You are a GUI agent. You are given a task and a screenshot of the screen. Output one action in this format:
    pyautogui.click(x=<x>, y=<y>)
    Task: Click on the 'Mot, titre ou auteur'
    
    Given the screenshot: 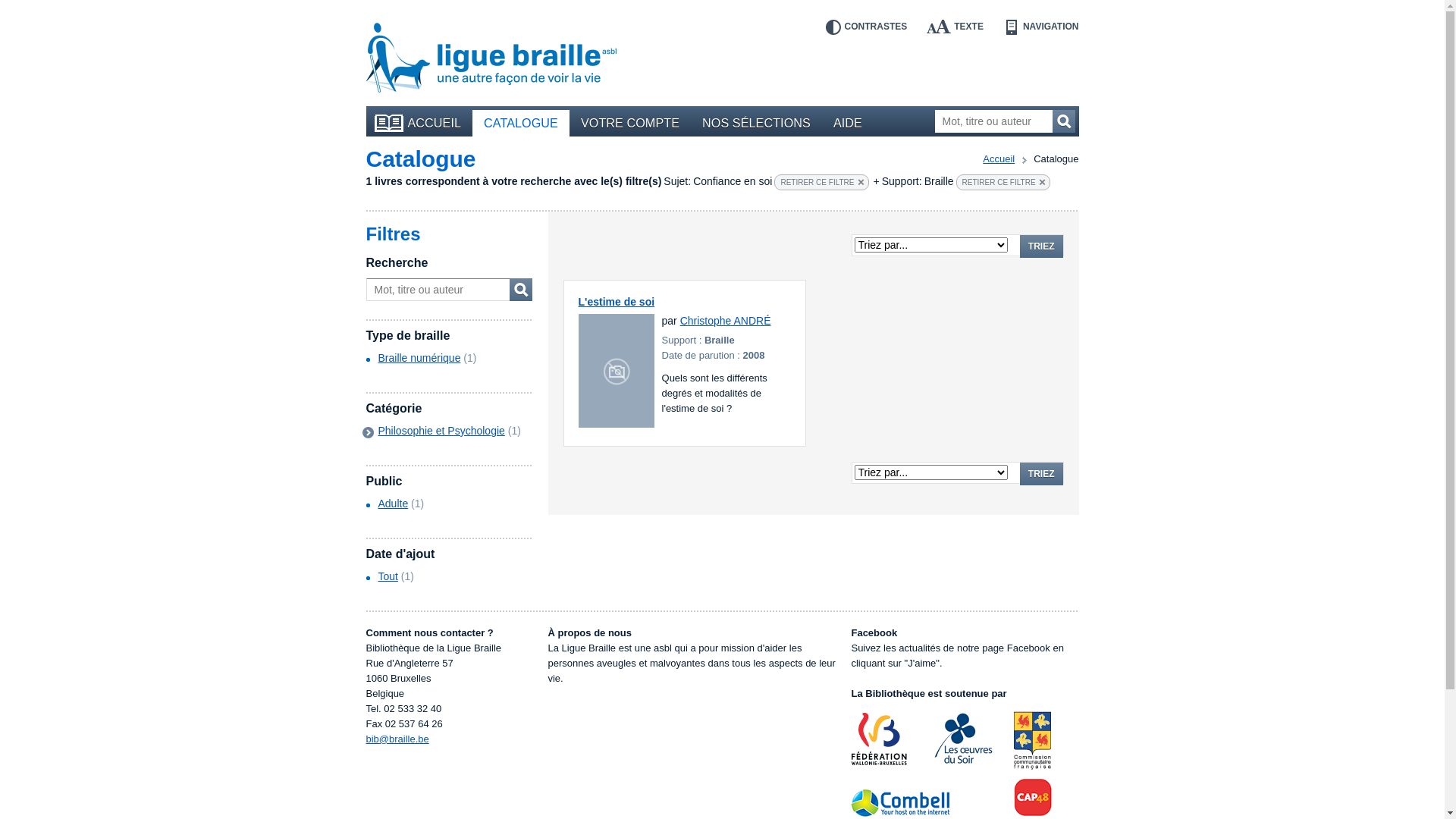 What is the action you would take?
    pyautogui.click(x=1004, y=120)
    